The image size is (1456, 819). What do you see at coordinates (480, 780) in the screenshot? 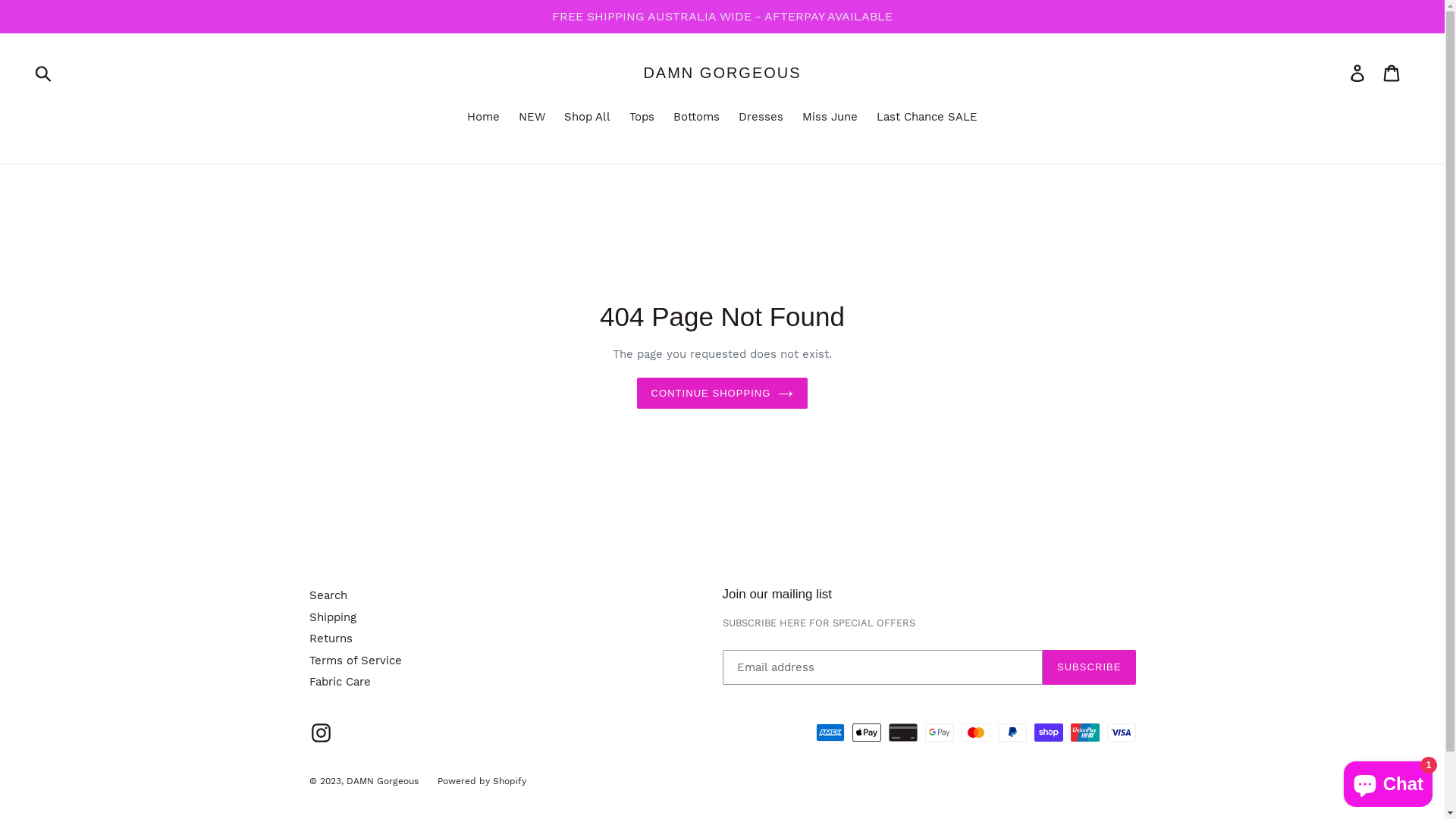
I see `'Powered by Shopify'` at bounding box center [480, 780].